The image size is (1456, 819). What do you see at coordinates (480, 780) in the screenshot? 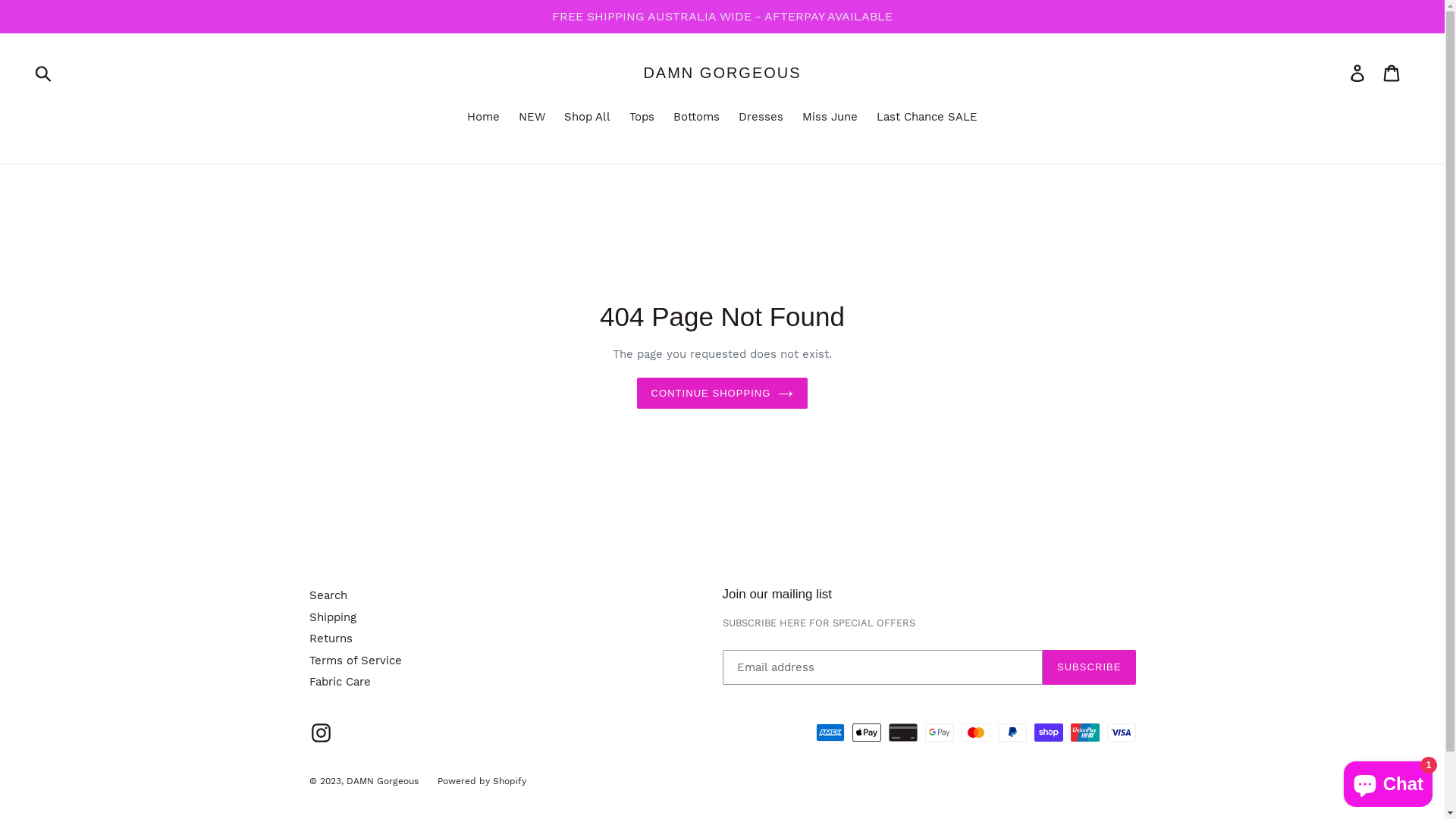
I see `'Powered by Shopify'` at bounding box center [480, 780].